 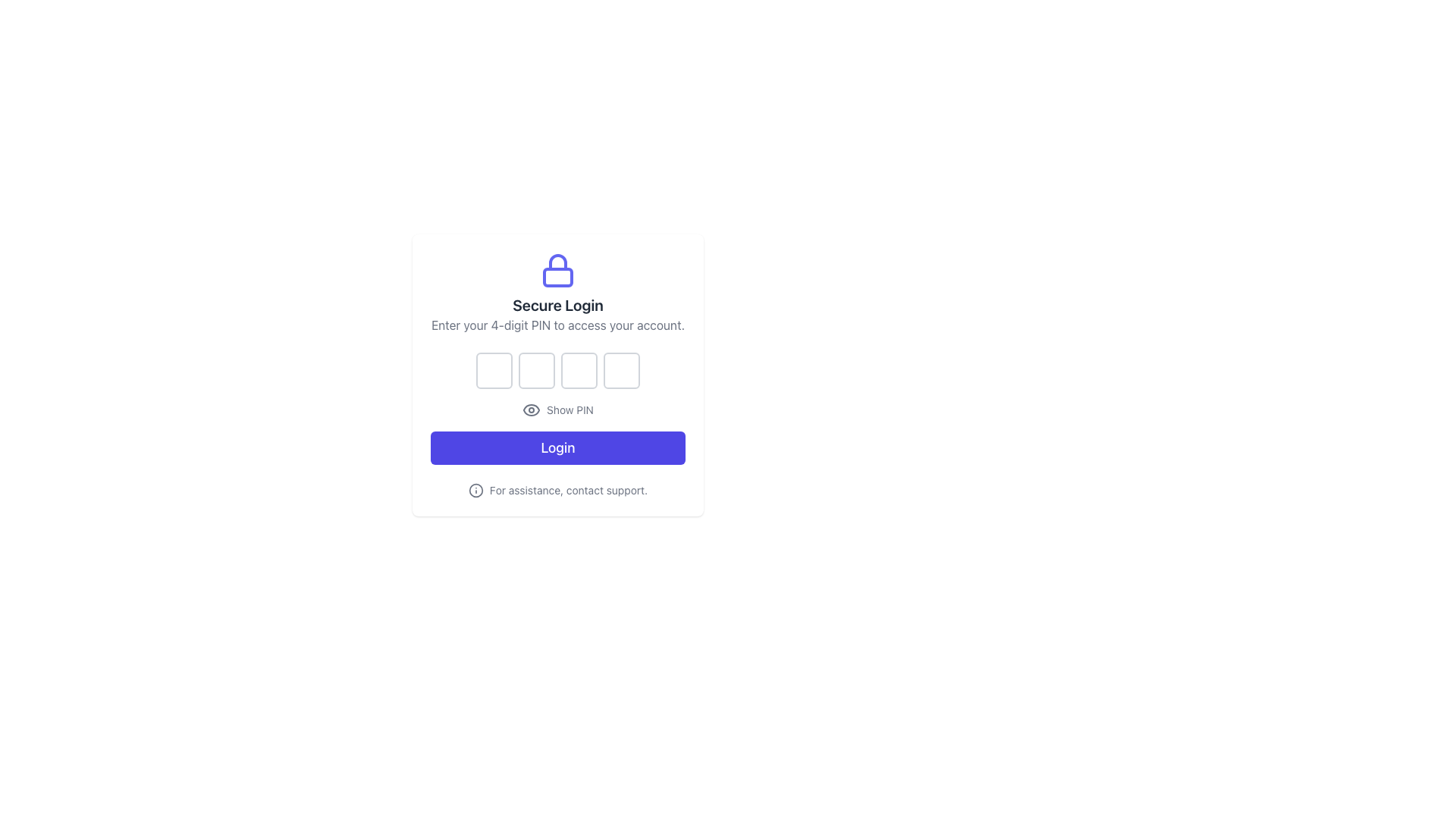 I want to click on the upper section of the padlock icon representing the shackle in the secure login interface, so click(x=557, y=262).